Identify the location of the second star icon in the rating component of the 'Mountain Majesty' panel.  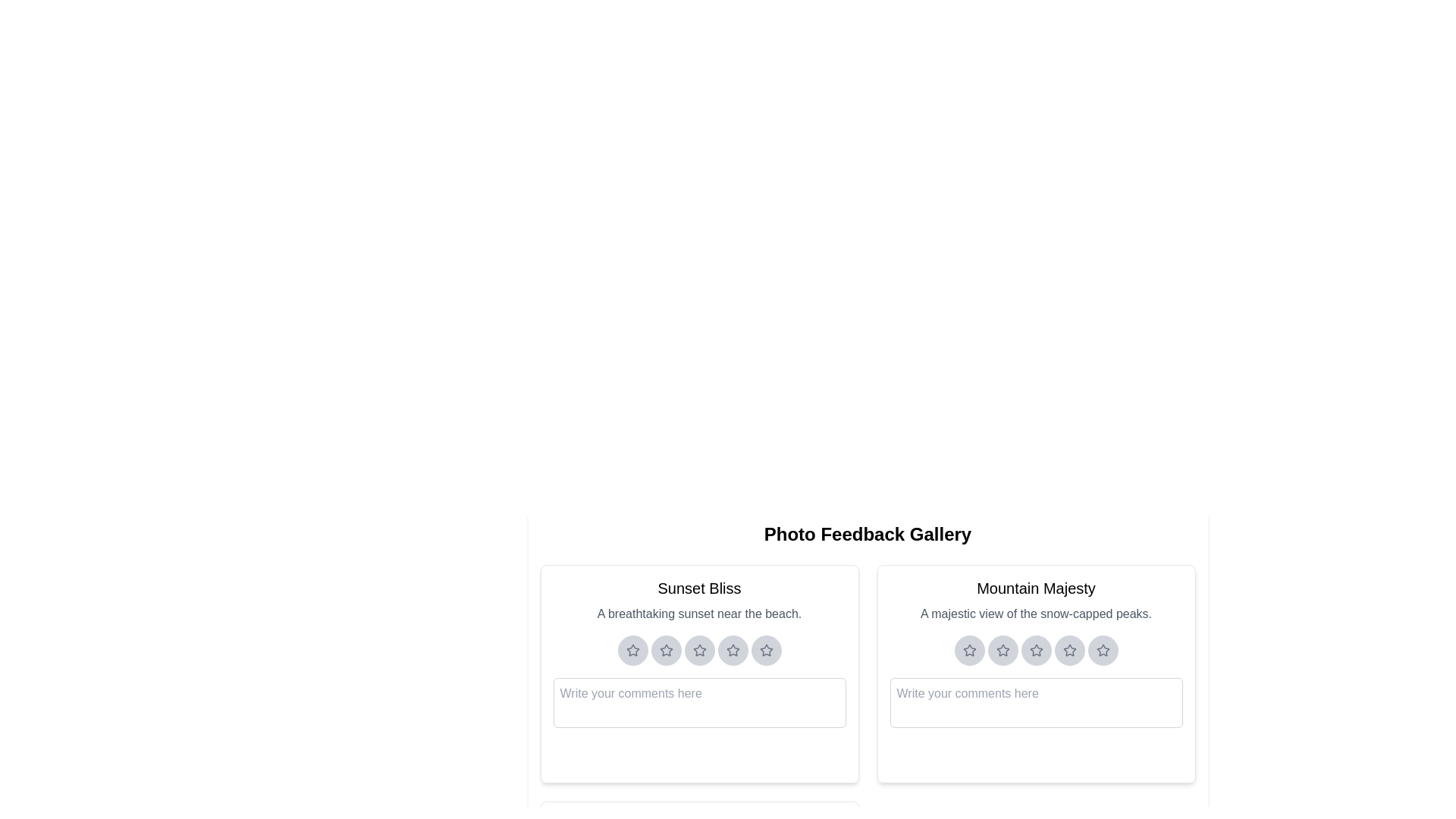
(1003, 649).